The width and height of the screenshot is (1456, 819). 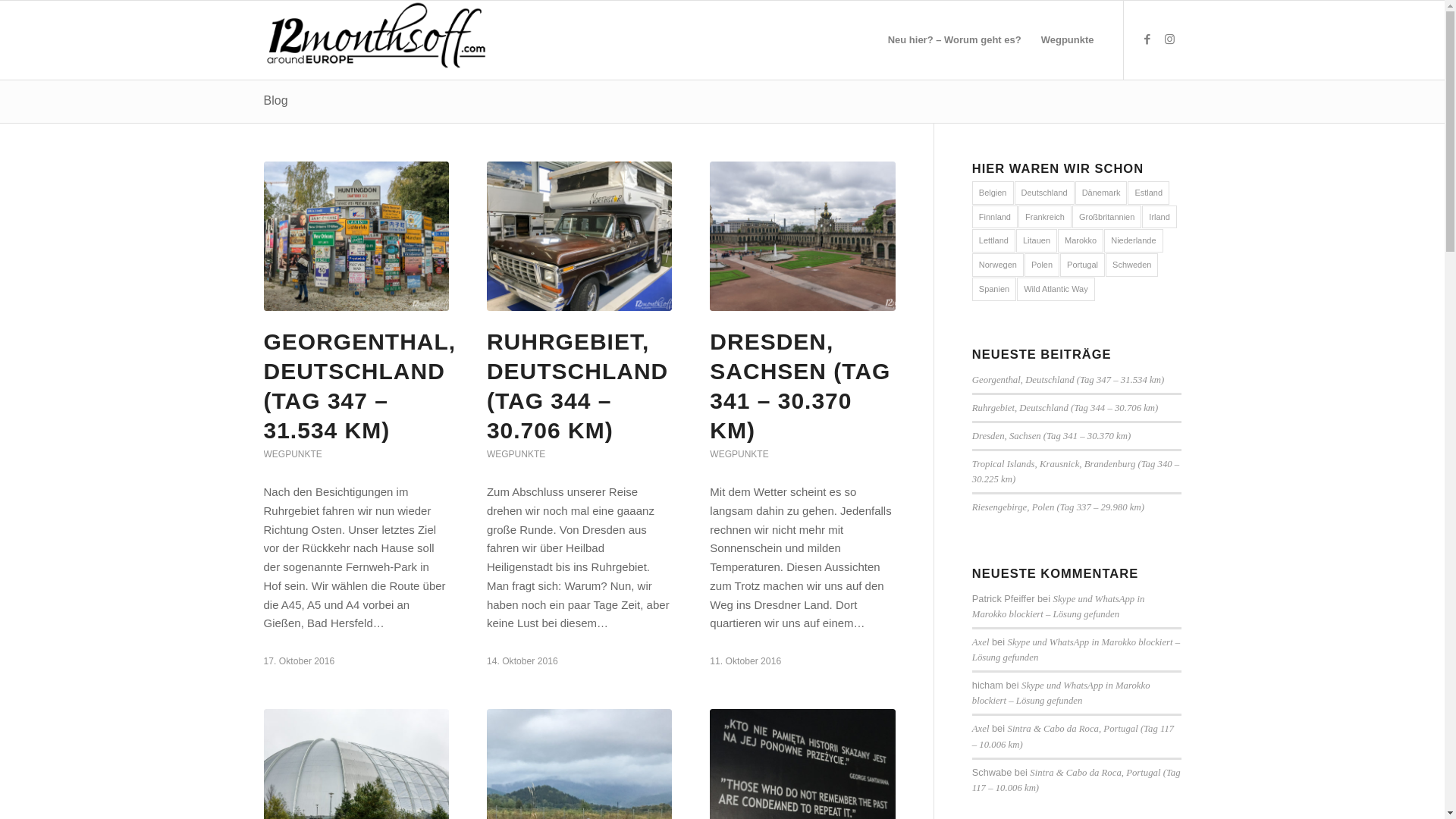 What do you see at coordinates (1031, 39) in the screenshot?
I see `'Wegpunkte'` at bounding box center [1031, 39].